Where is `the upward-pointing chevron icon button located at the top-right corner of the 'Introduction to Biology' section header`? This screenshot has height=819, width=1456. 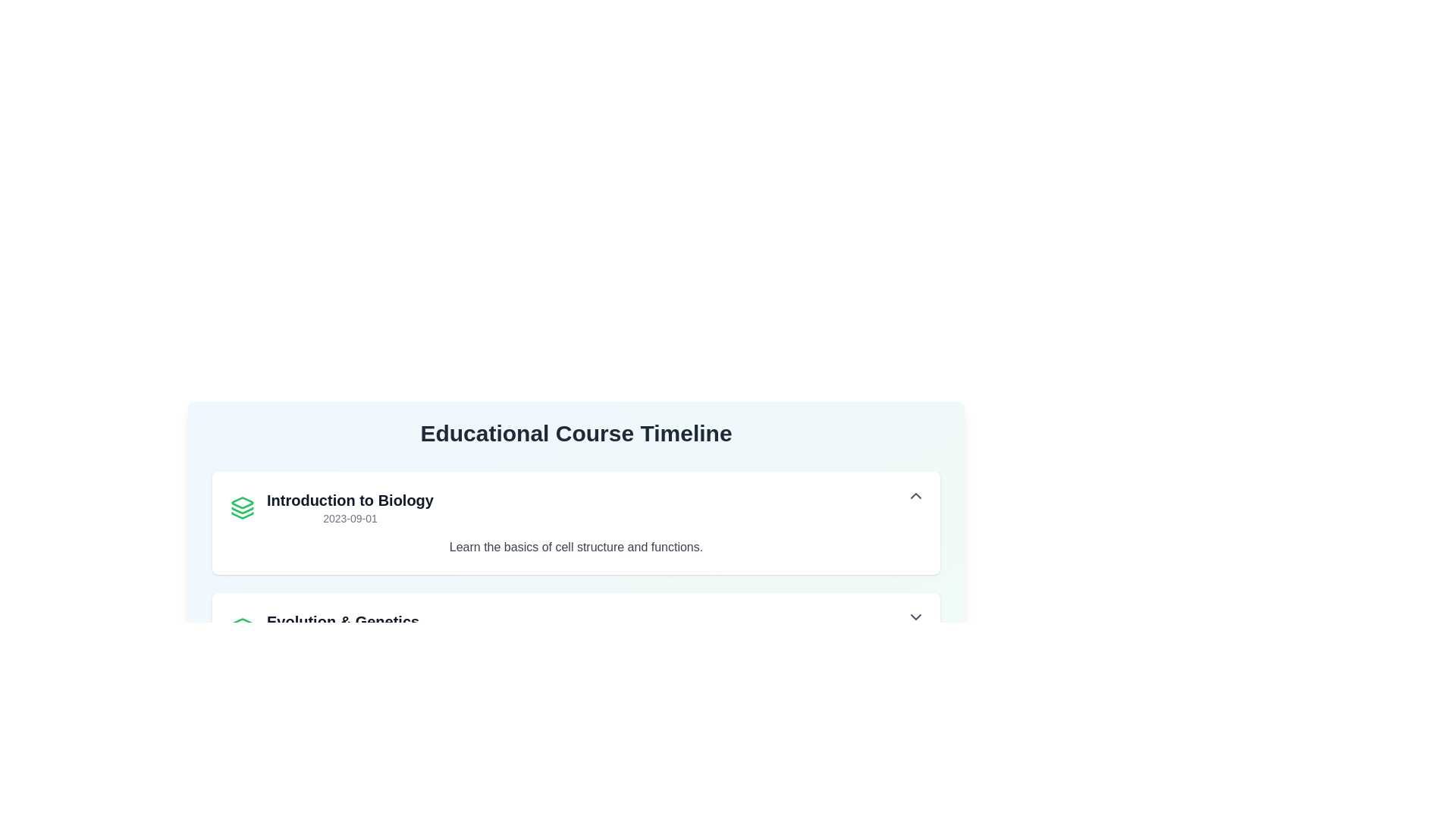 the upward-pointing chevron icon button located at the top-right corner of the 'Introduction to Biology' section header is located at coordinates (915, 496).